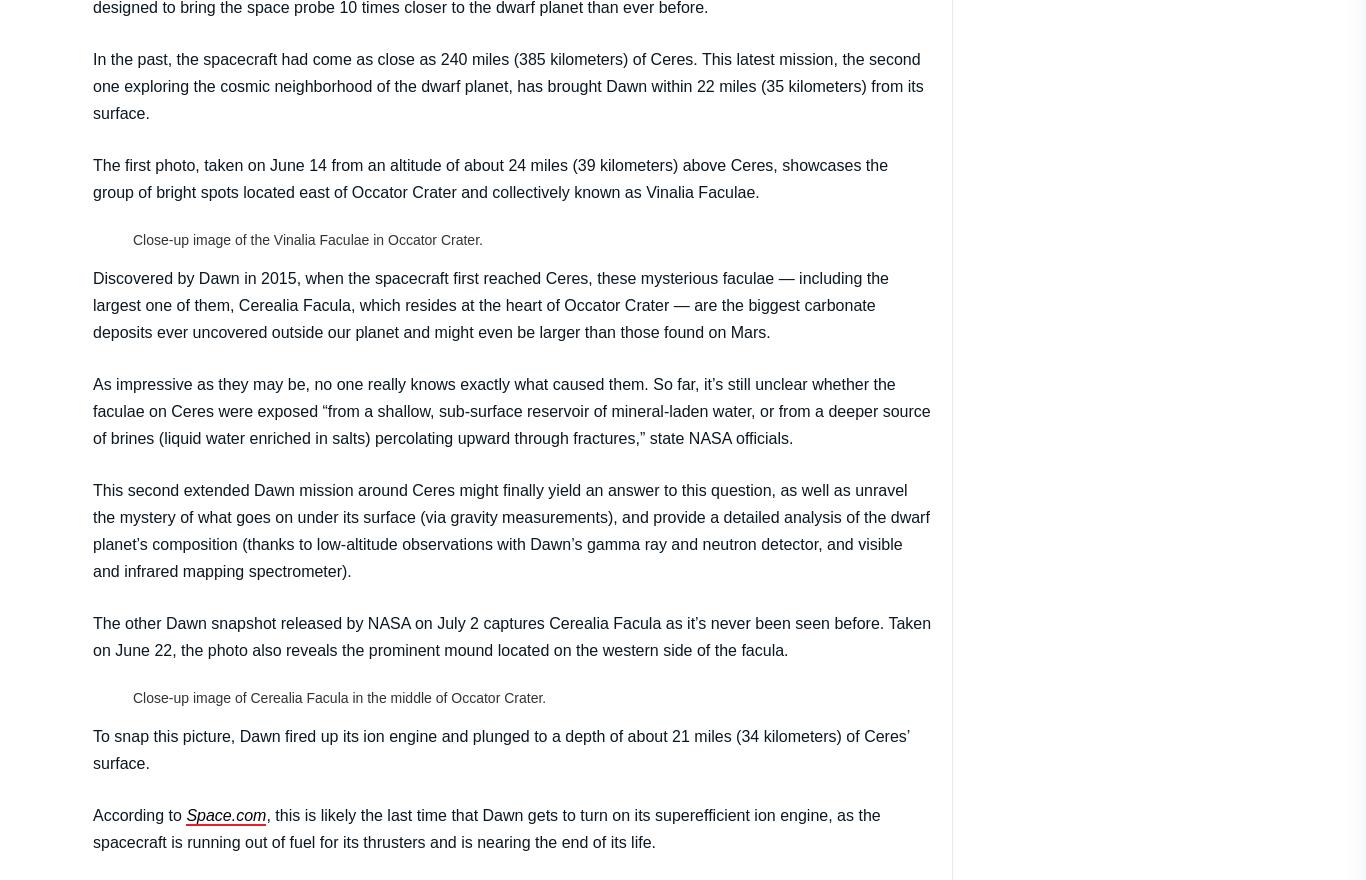  I want to click on 'As impressive as they may be, no one really knows exactly what caused them. So far, it’s still unclear whether the faculae on Ceres were exposed “from a shallow, sub-surface reservoir of mineral-laden water, or from a deeper source of brines (liquid water enriched in salts) percolating upward through fractures,” state NASA officials.', so click(511, 410).